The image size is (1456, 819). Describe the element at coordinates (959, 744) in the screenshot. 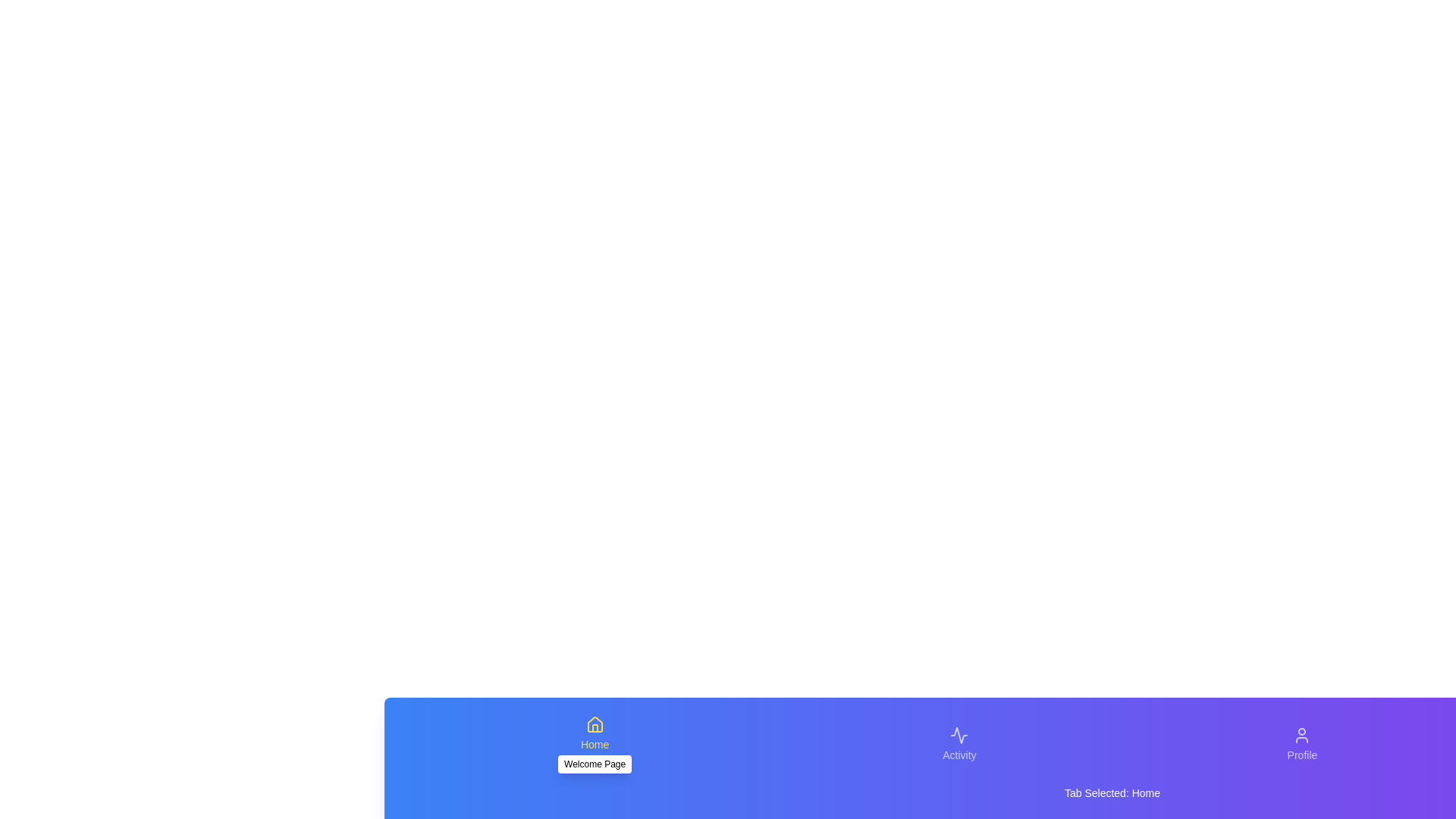

I see `the Activity tab to activate it` at that location.